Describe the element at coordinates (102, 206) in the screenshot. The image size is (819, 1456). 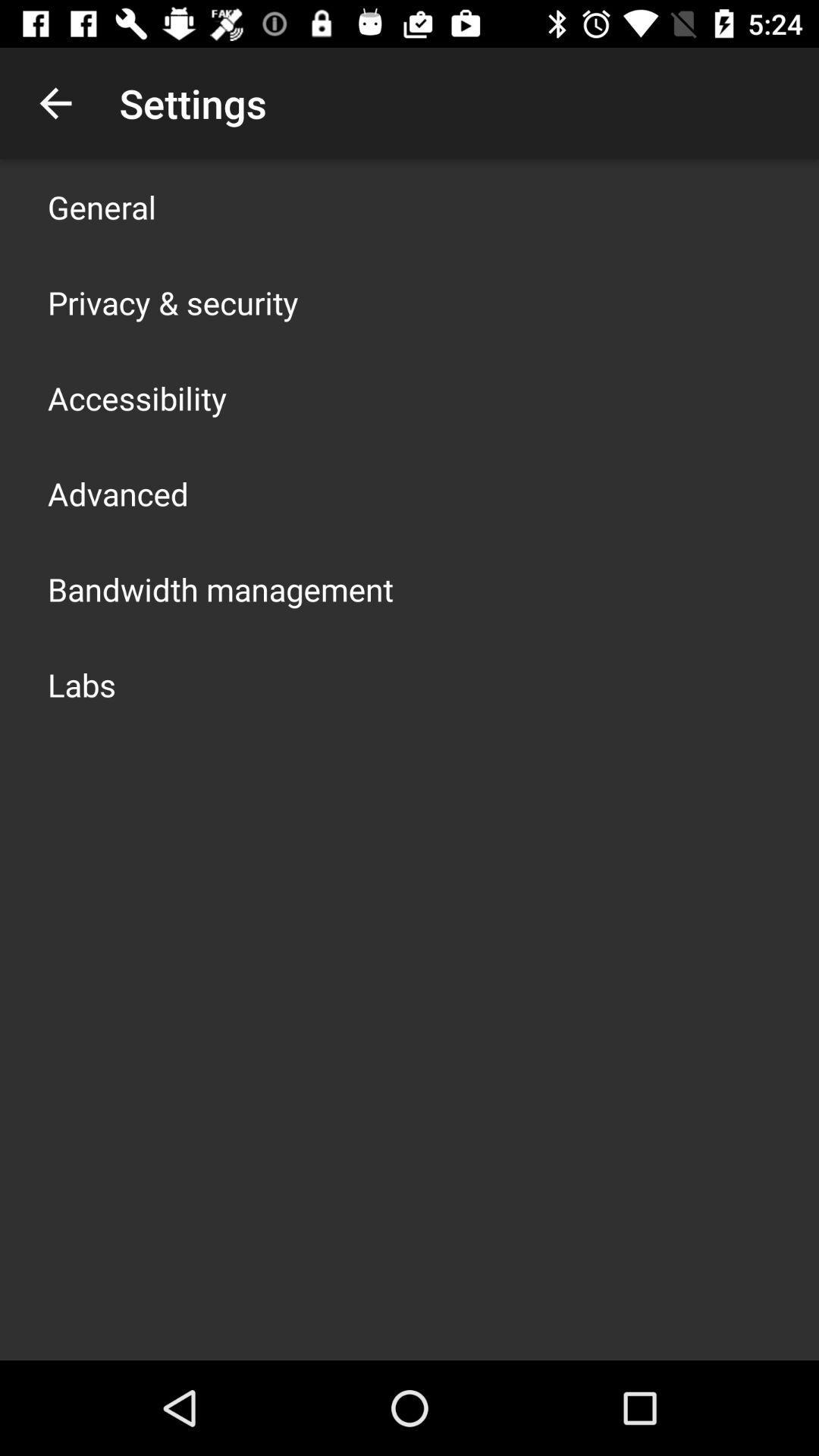
I see `icon above privacy & security item` at that location.